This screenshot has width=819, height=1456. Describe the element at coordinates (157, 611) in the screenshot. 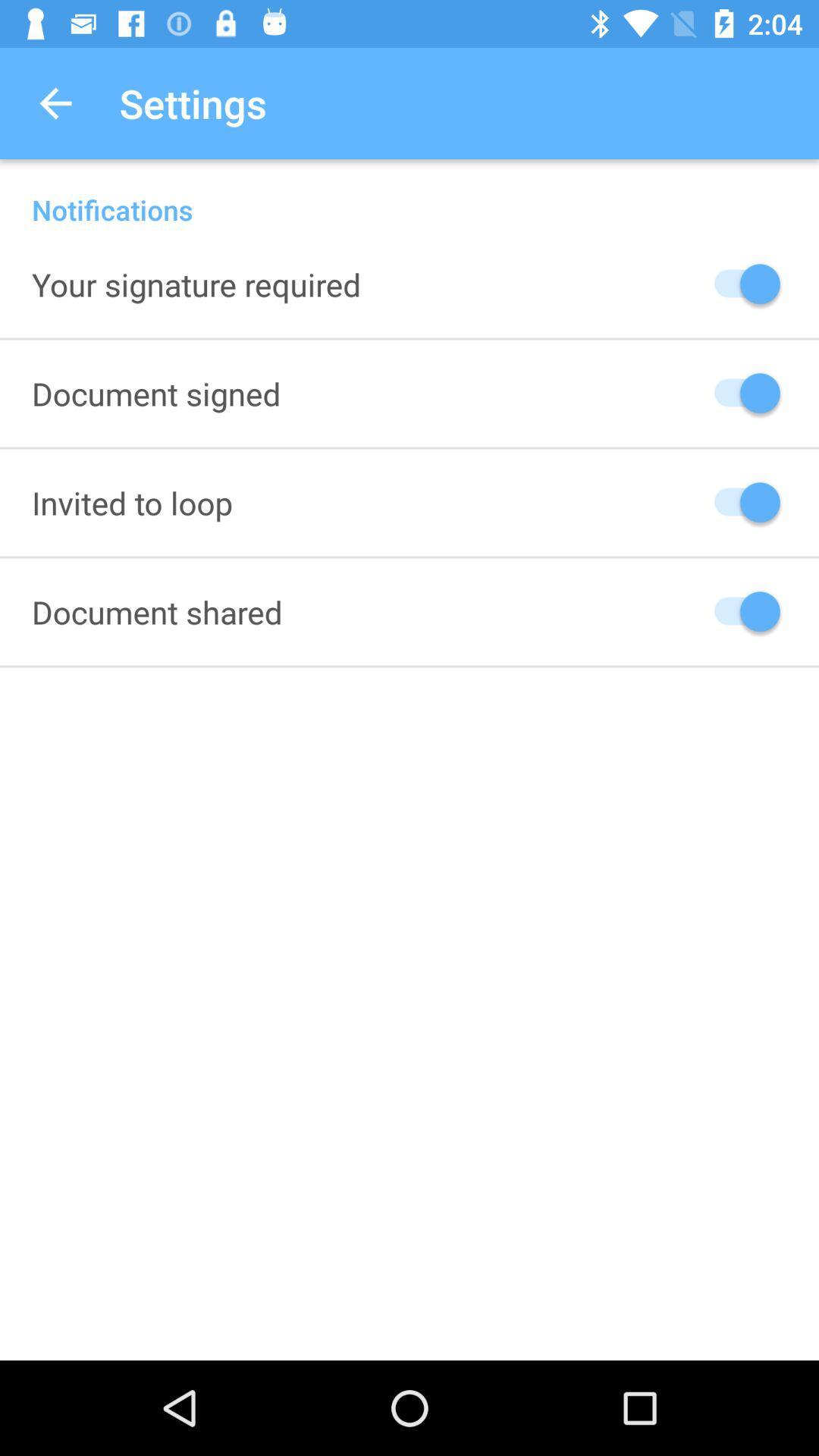

I see `icon below invited to loop item` at that location.